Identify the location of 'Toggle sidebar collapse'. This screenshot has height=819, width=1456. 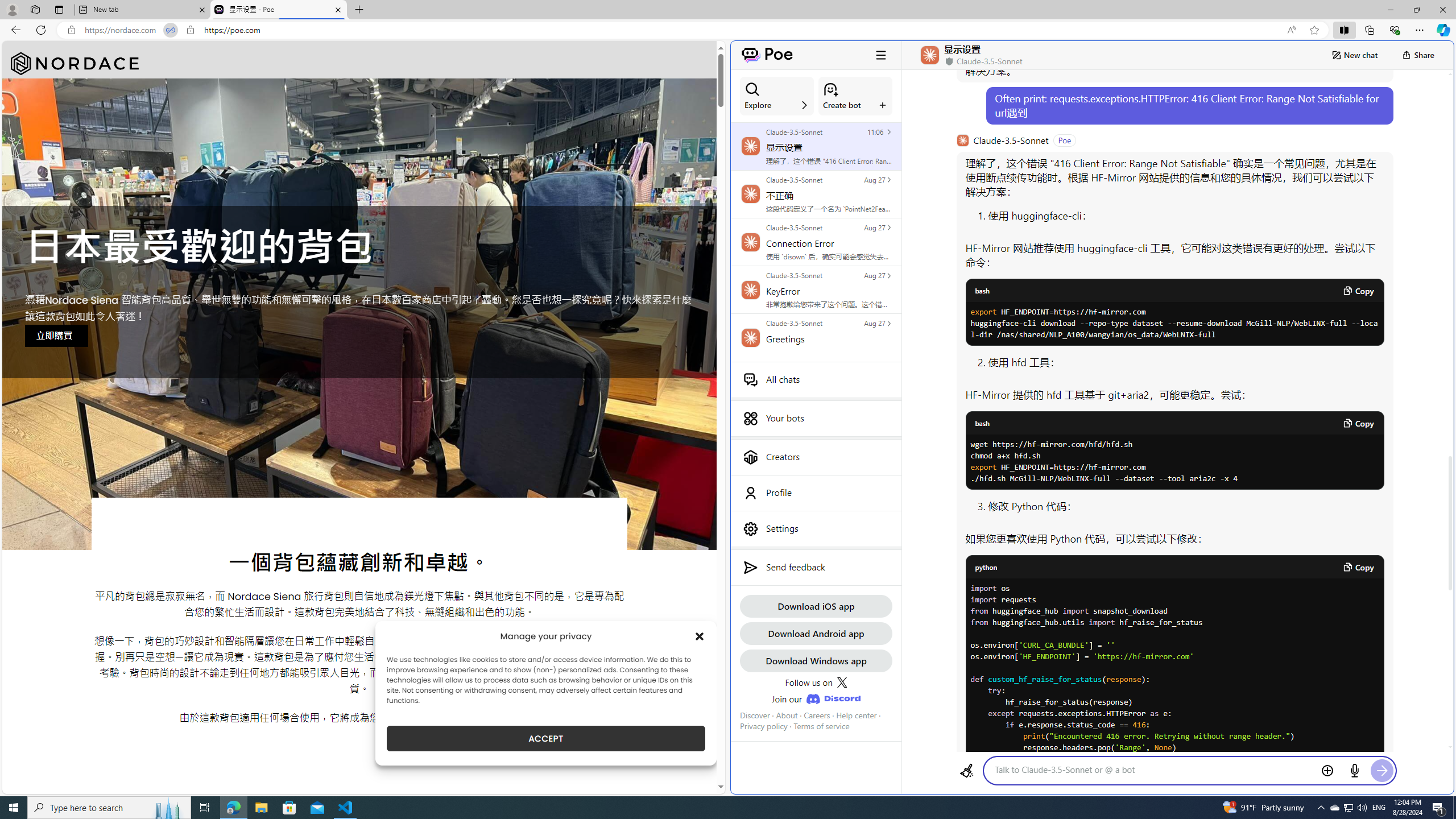
(880, 54).